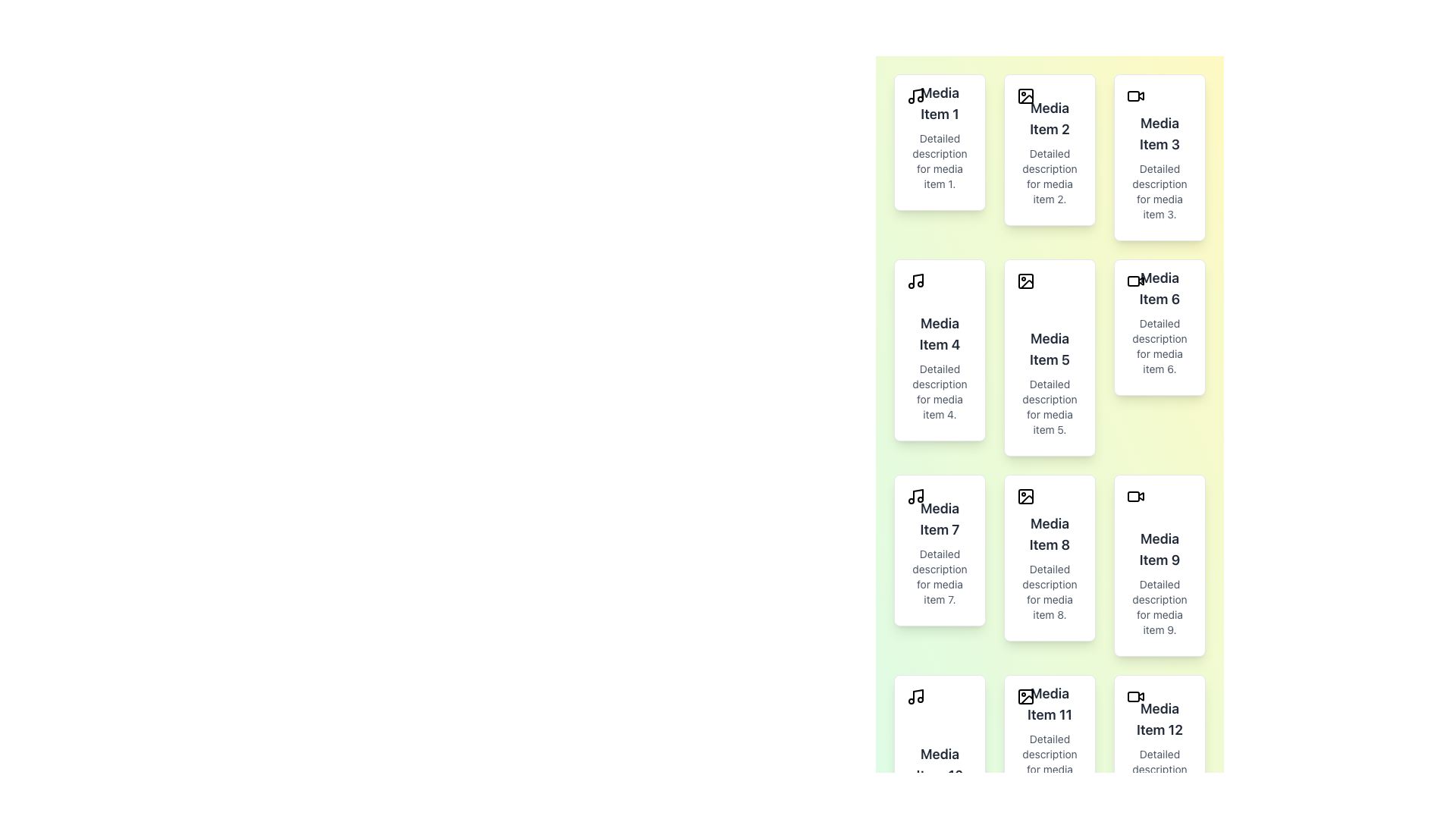 This screenshot has height=819, width=1456. What do you see at coordinates (915, 497) in the screenshot?
I see `the minimalist black outlined music note icon located at the top-left corner of the 'Media Item 7' card to identify it as a representation of media type` at bounding box center [915, 497].